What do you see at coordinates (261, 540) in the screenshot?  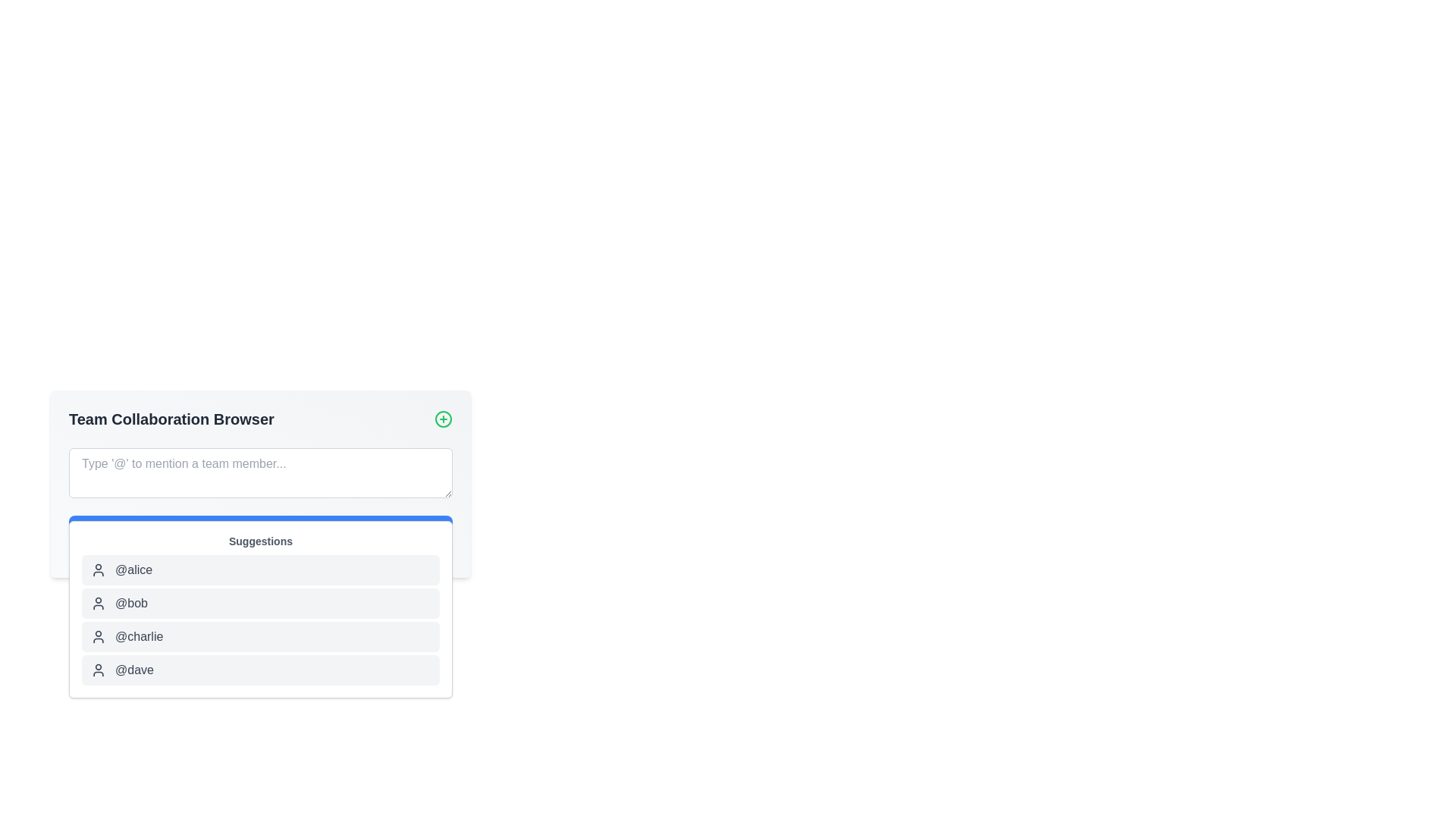 I see `the static text label displaying 'Suggestions' in bold gray font, which is located at the top of a dropdown box in a collaboration tool interface` at bounding box center [261, 540].